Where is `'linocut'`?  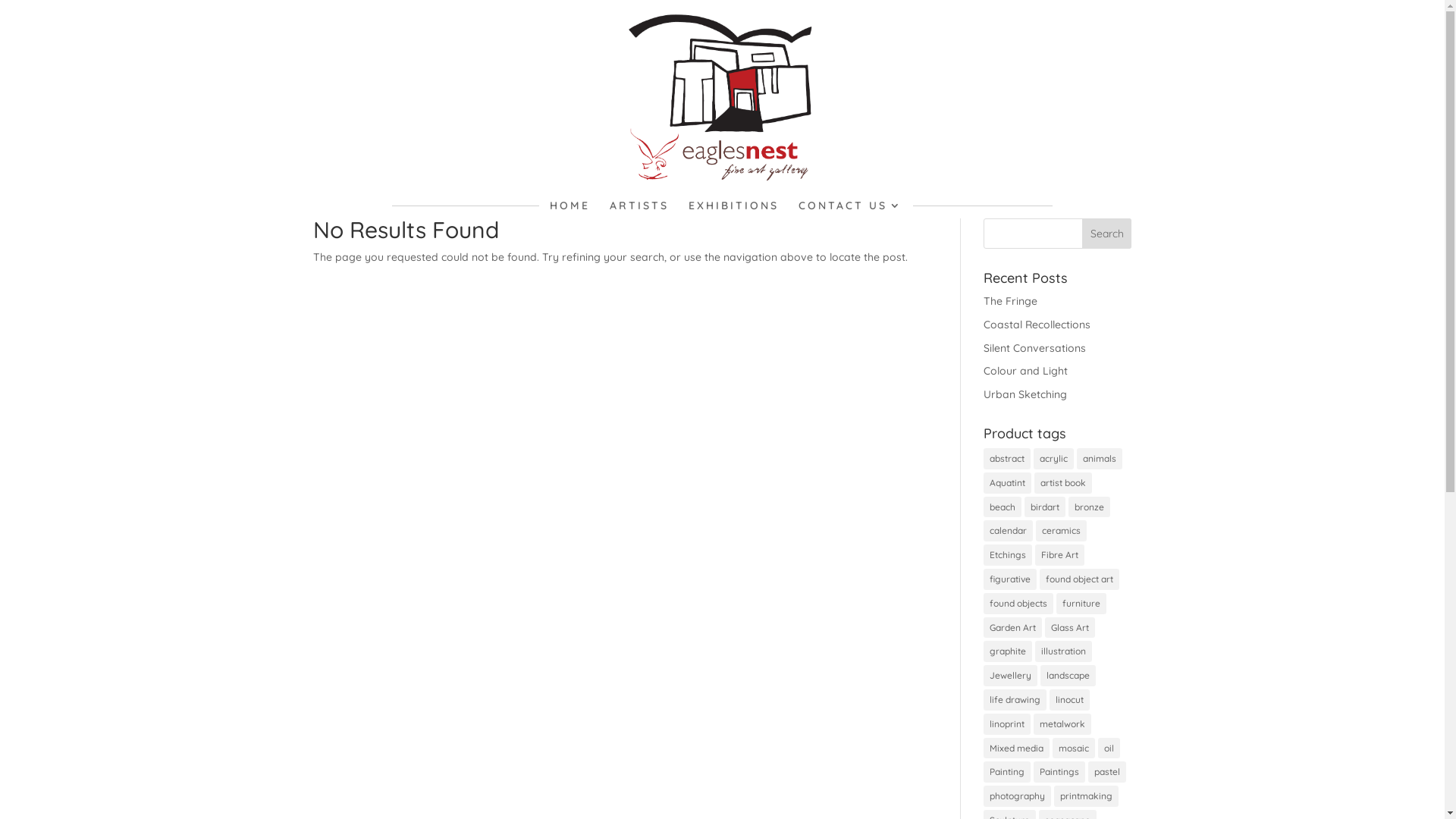
'linocut' is located at coordinates (1048, 699).